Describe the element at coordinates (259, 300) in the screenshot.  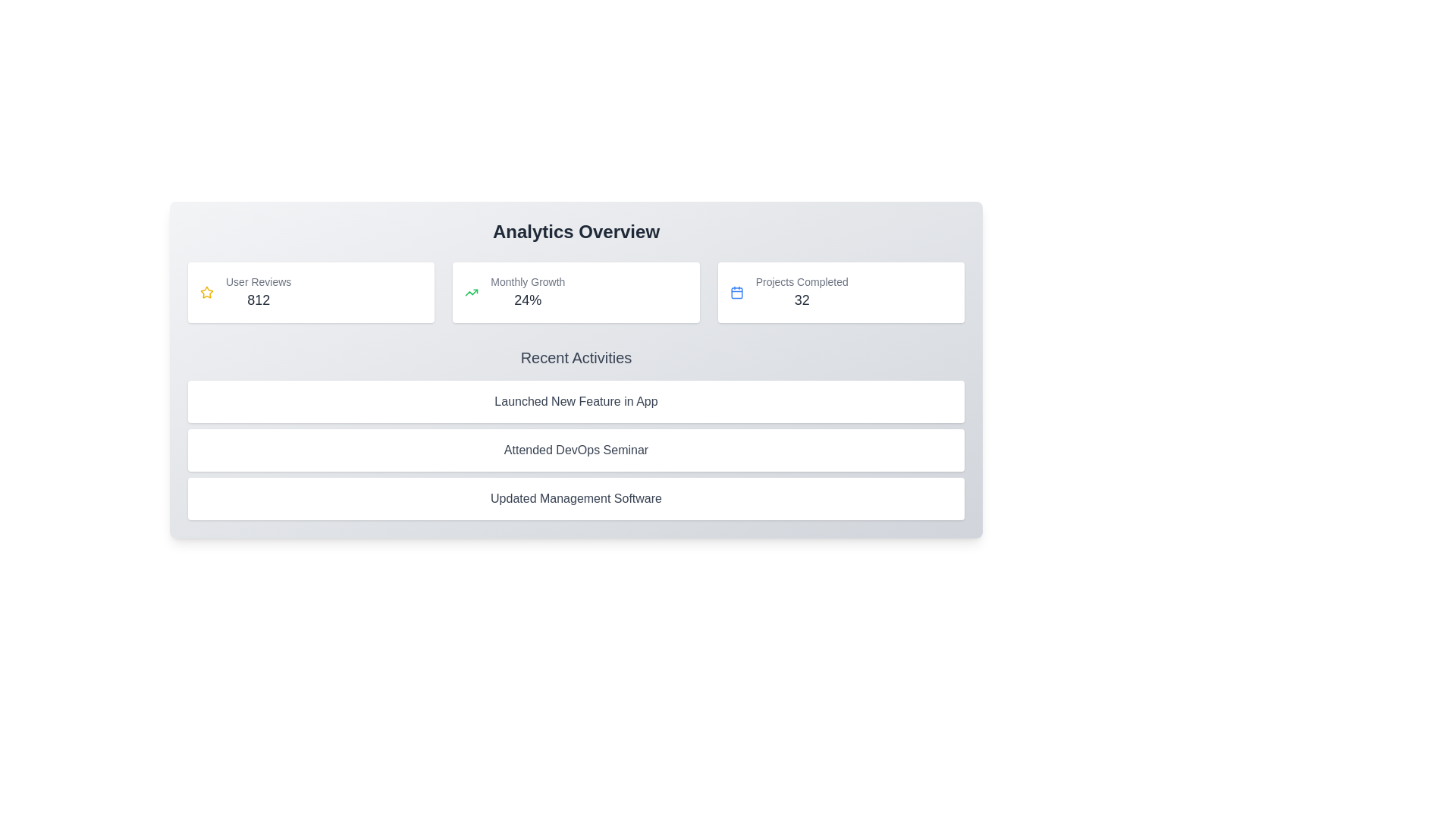
I see `the non-interactive text display field that shows the numeric value '812' related to 'User Reviews', which is located directly below the 'User Reviews' label in the first card at the top of the interface` at that location.